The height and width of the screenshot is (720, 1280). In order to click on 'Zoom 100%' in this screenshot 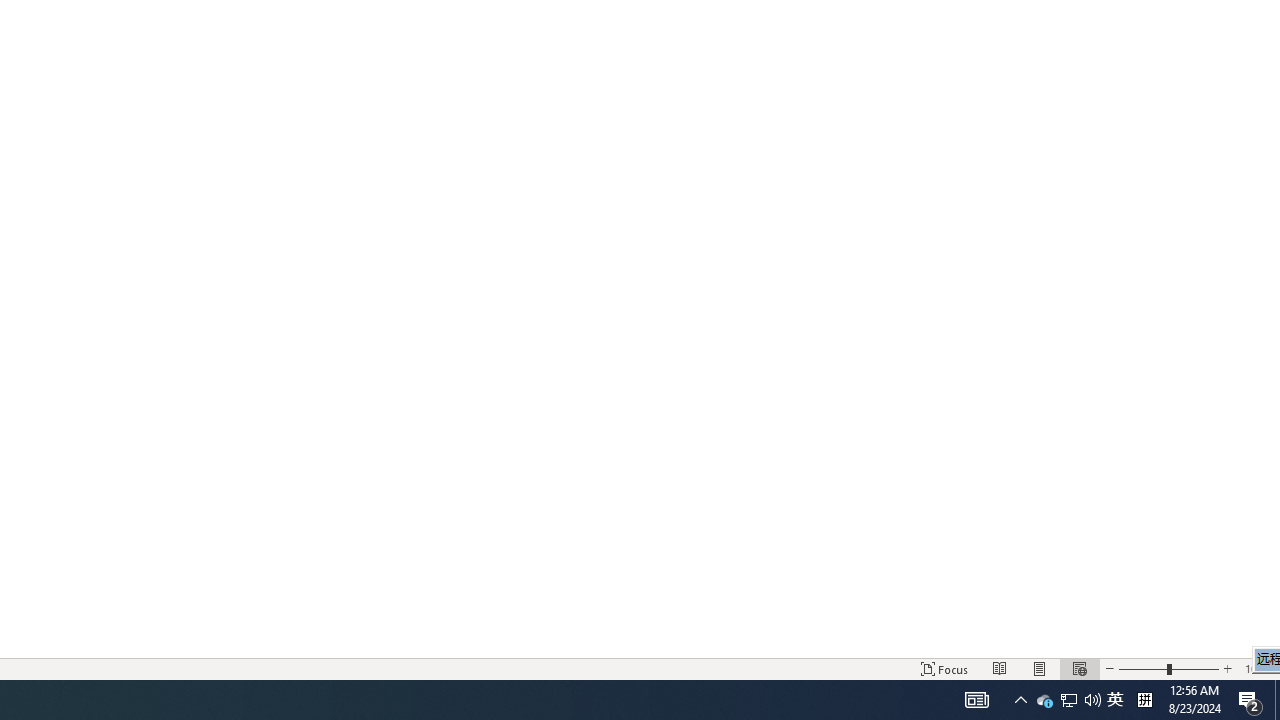, I will do `click(1257, 669)`.